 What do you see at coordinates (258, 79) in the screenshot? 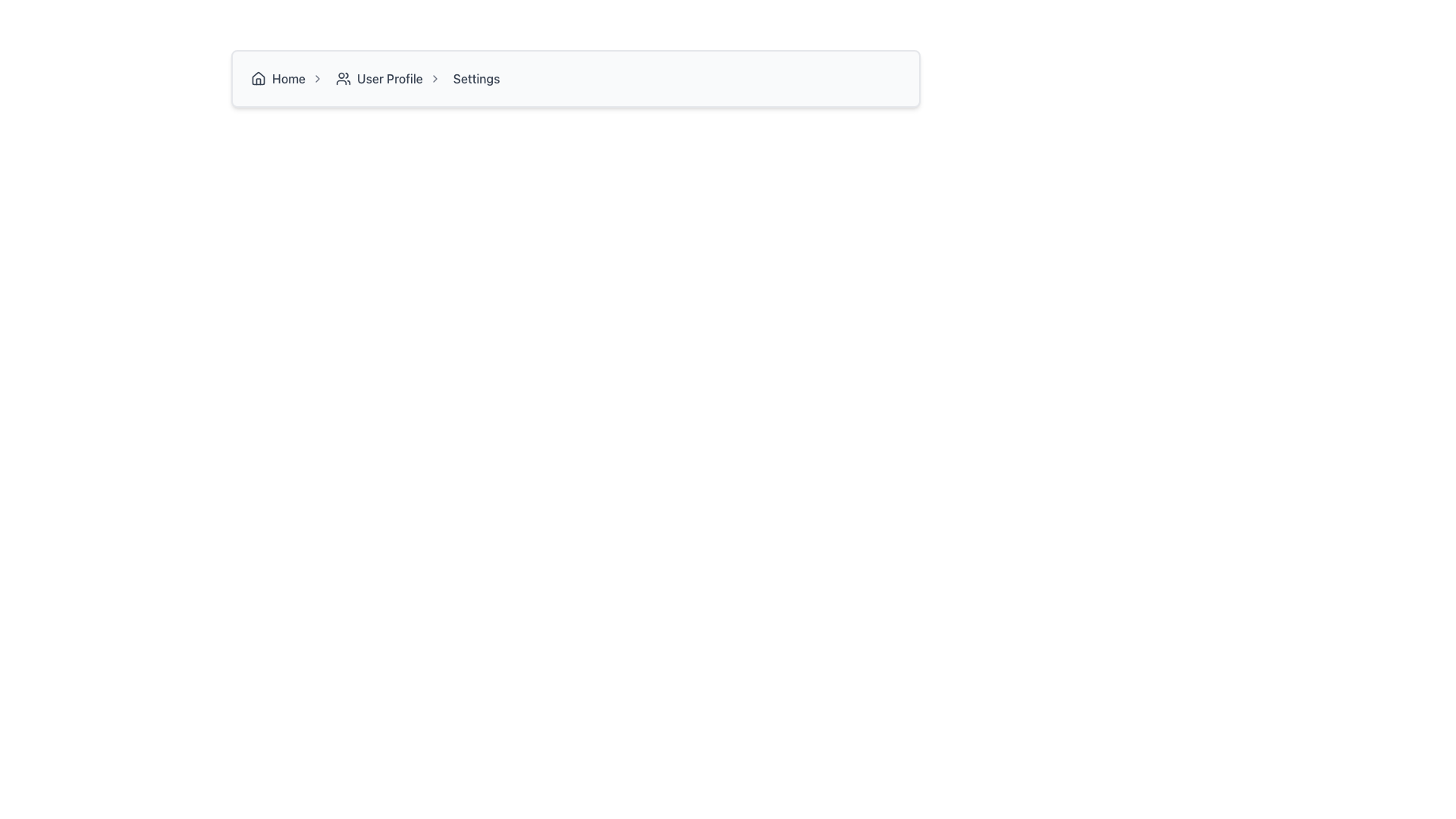
I see `the 'Home' icon in the breadcrumb navigation bar` at bounding box center [258, 79].